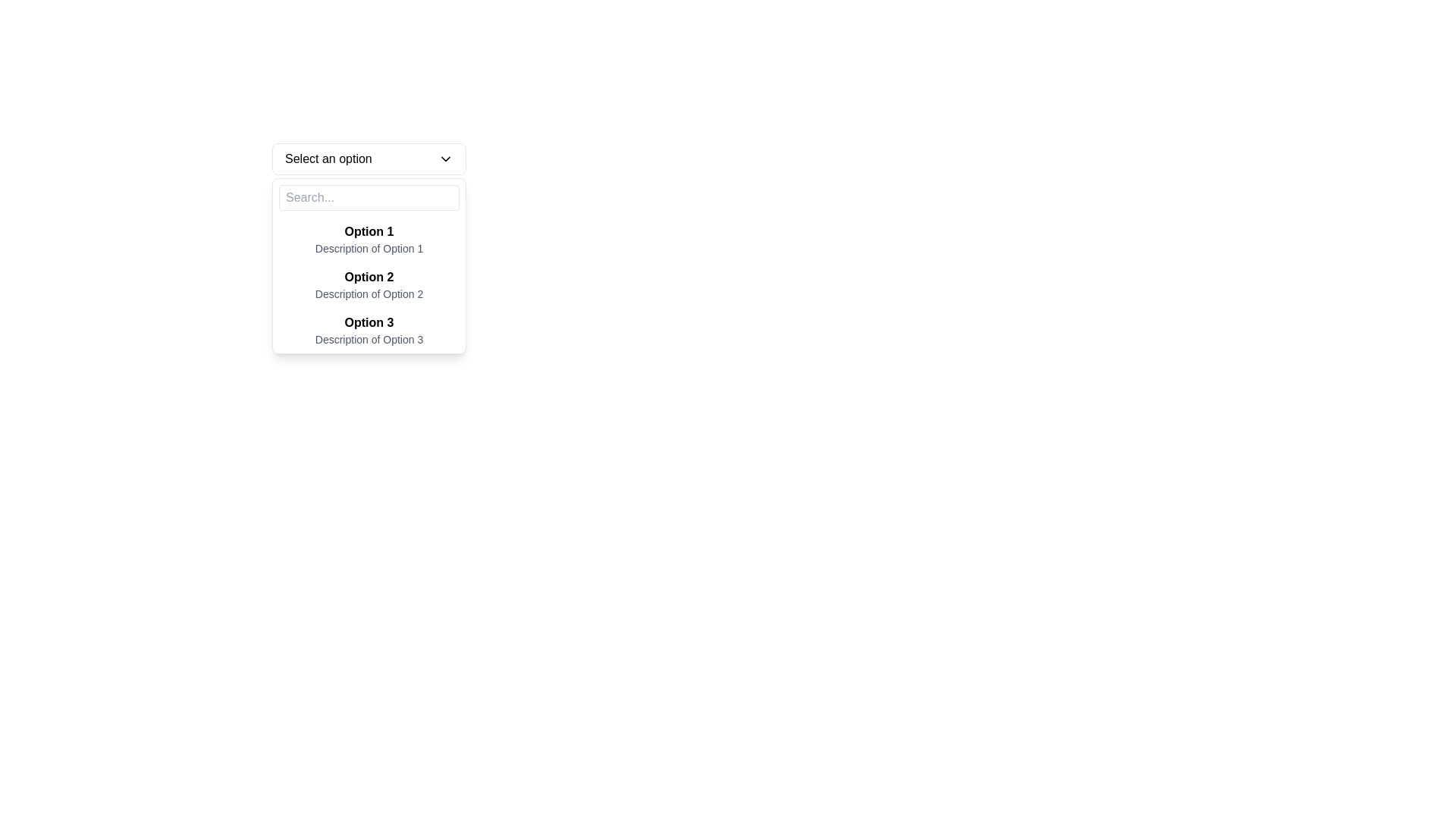 This screenshot has height=819, width=1456. I want to click on the downwards chevron icon next to the 'Select an option' label, so click(445, 158).